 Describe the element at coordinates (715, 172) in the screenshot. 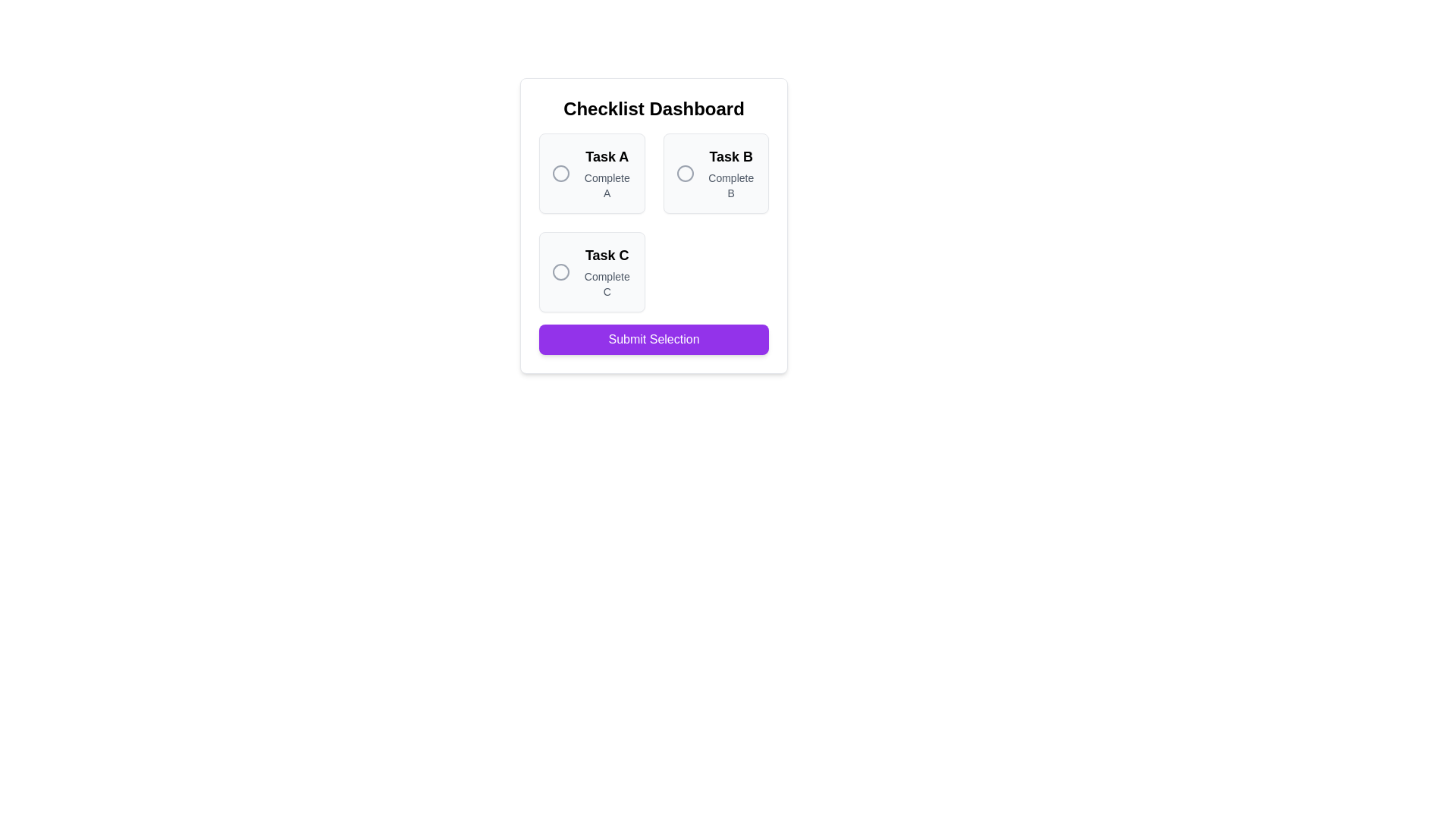

I see `the checklist item labeled 'Task B' with the subtitle 'Complete B'` at that location.